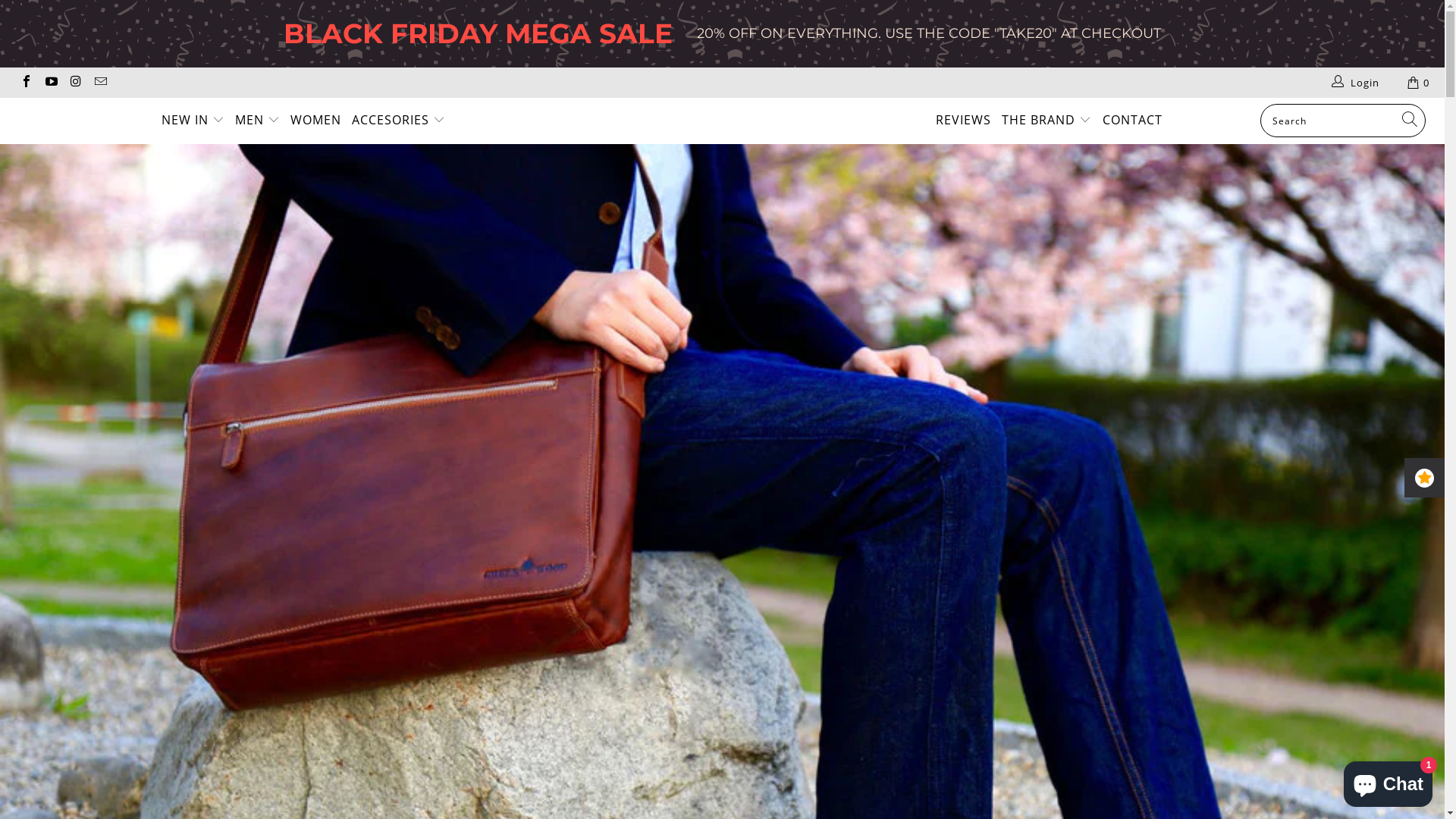 The height and width of the screenshot is (819, 1456). What do you see at coordinates (1419, 82) in the screenshot?
I see `'0'` at bounding box center [1419, 82].